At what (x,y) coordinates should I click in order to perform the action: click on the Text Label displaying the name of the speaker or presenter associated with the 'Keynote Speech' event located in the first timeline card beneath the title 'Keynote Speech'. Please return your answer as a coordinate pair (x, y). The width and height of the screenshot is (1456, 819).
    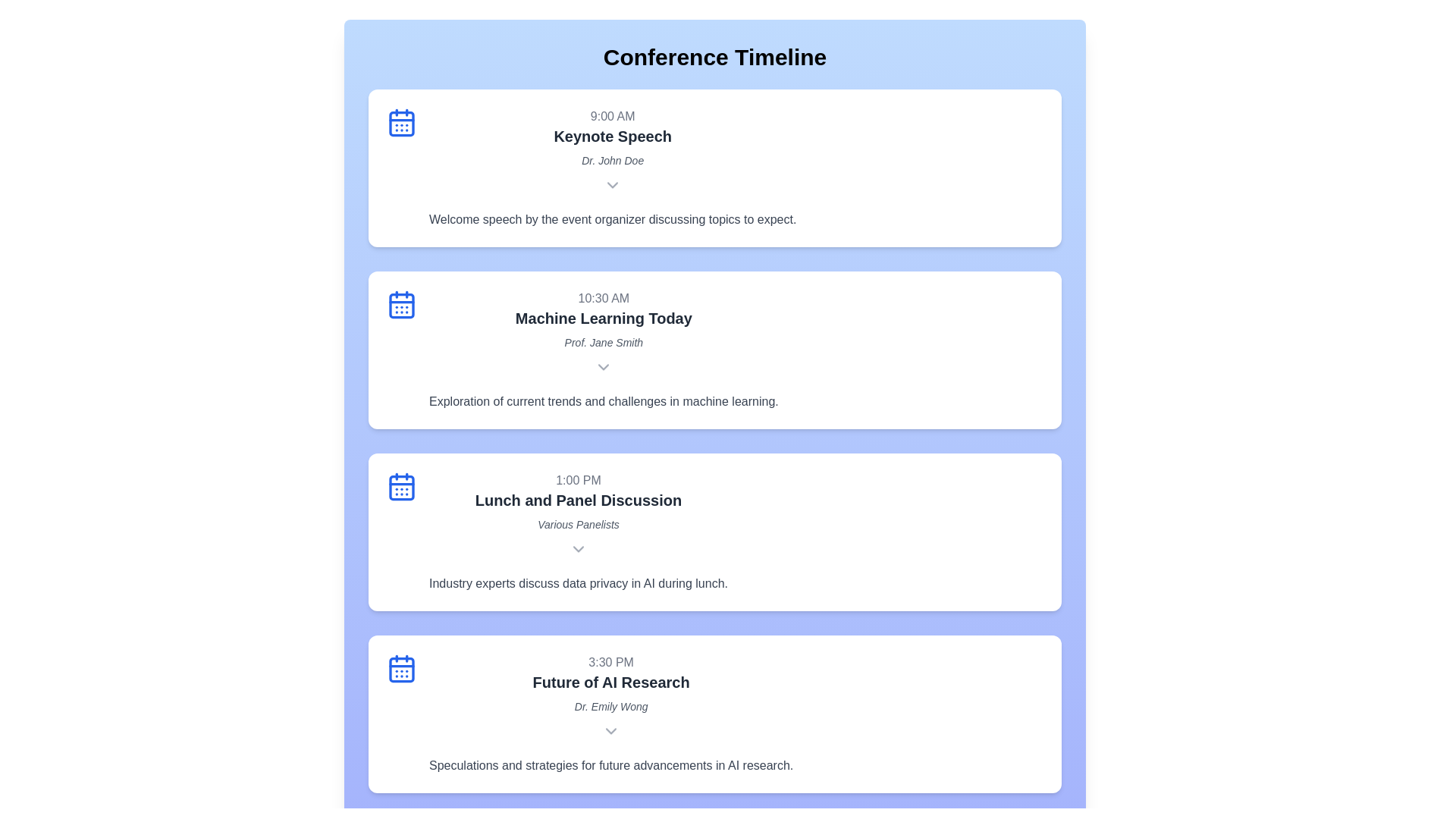
    Looking at the image, I should click on (613, 161).